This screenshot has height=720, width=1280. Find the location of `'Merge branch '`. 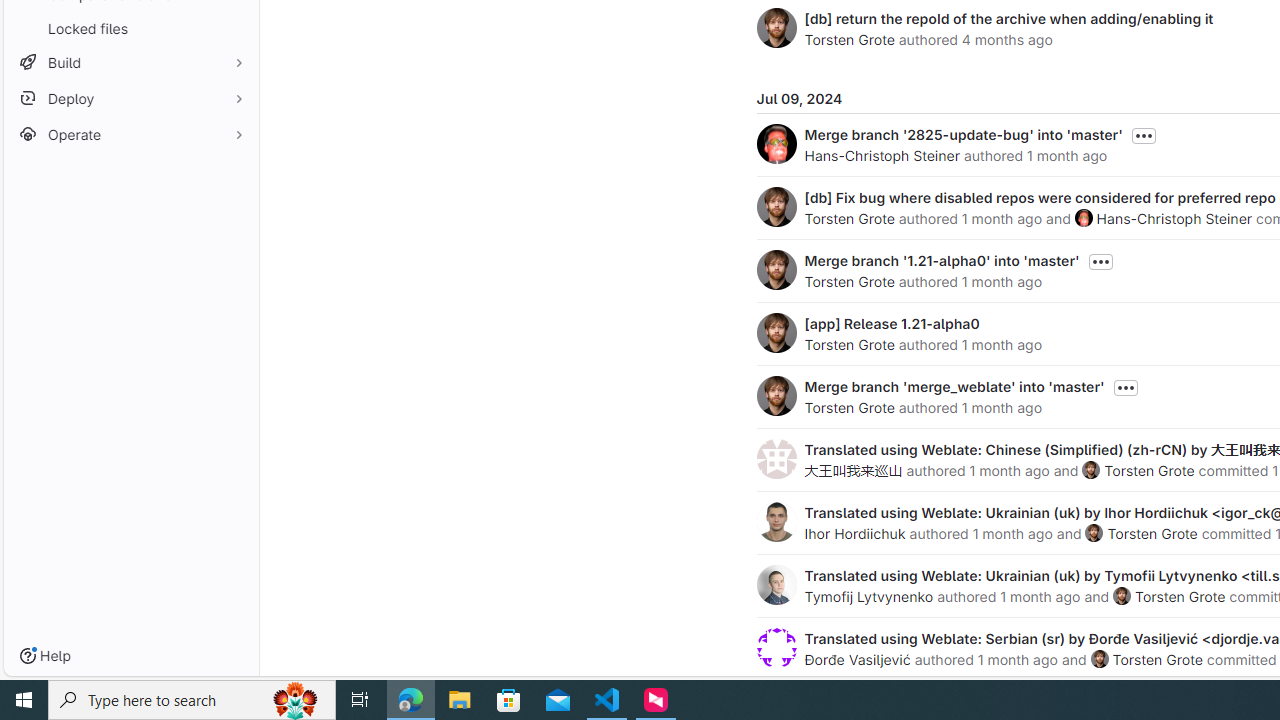

'Merge branch ' is located at coordinates (963, 134).